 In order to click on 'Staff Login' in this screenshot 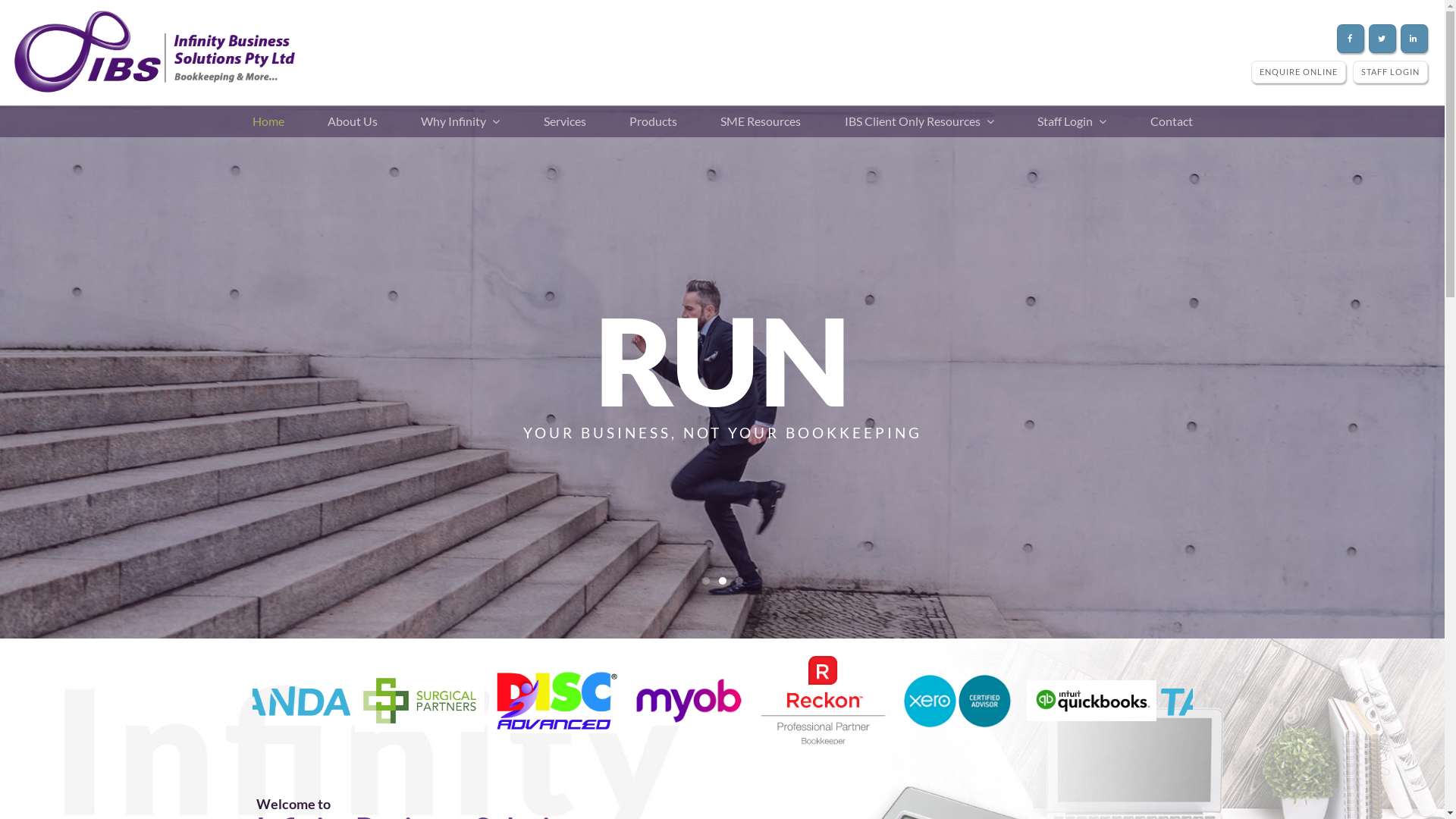, I will do `click(1071, 120)`.